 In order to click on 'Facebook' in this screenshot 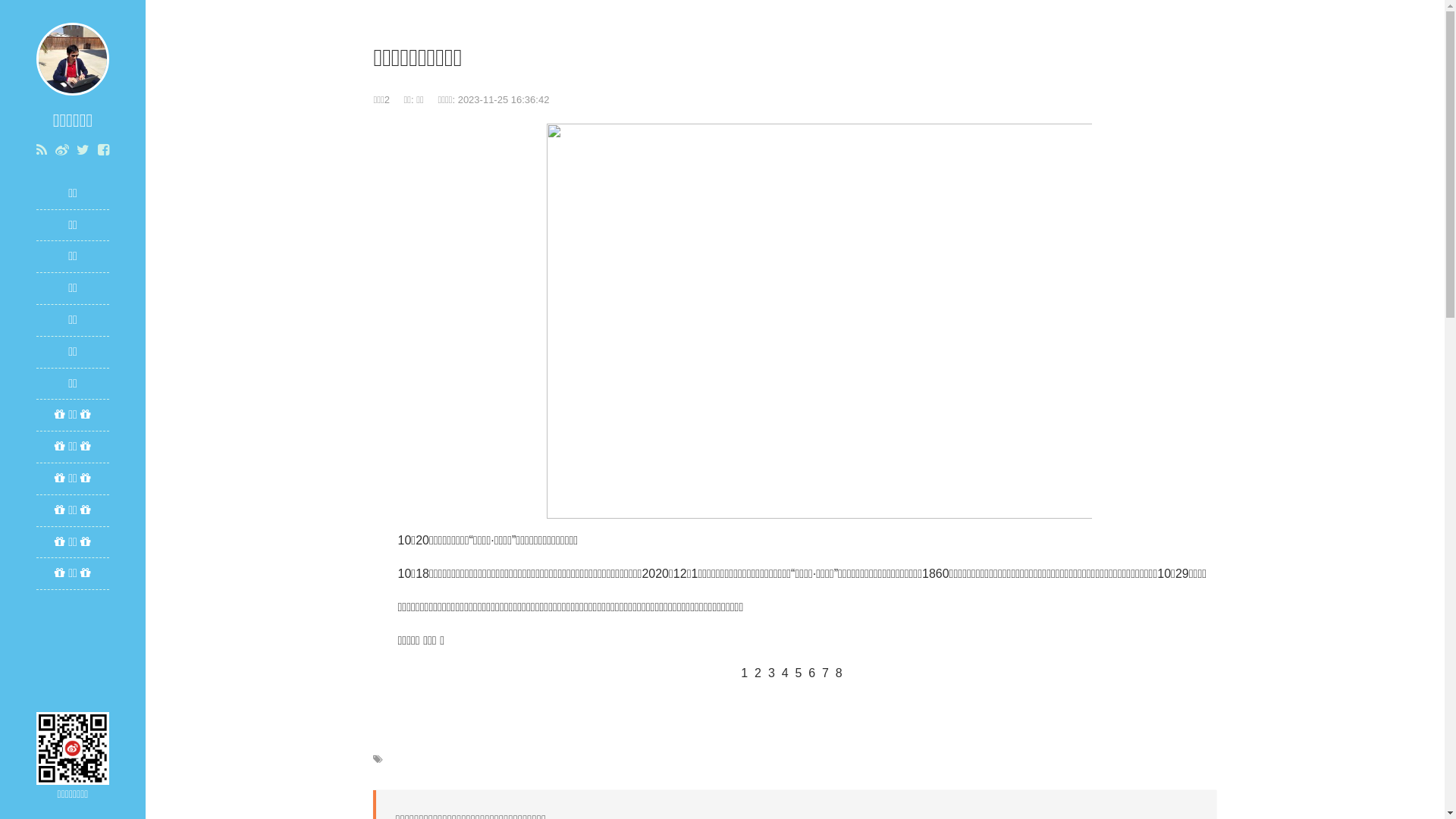, I will do `click(102, 149)`.